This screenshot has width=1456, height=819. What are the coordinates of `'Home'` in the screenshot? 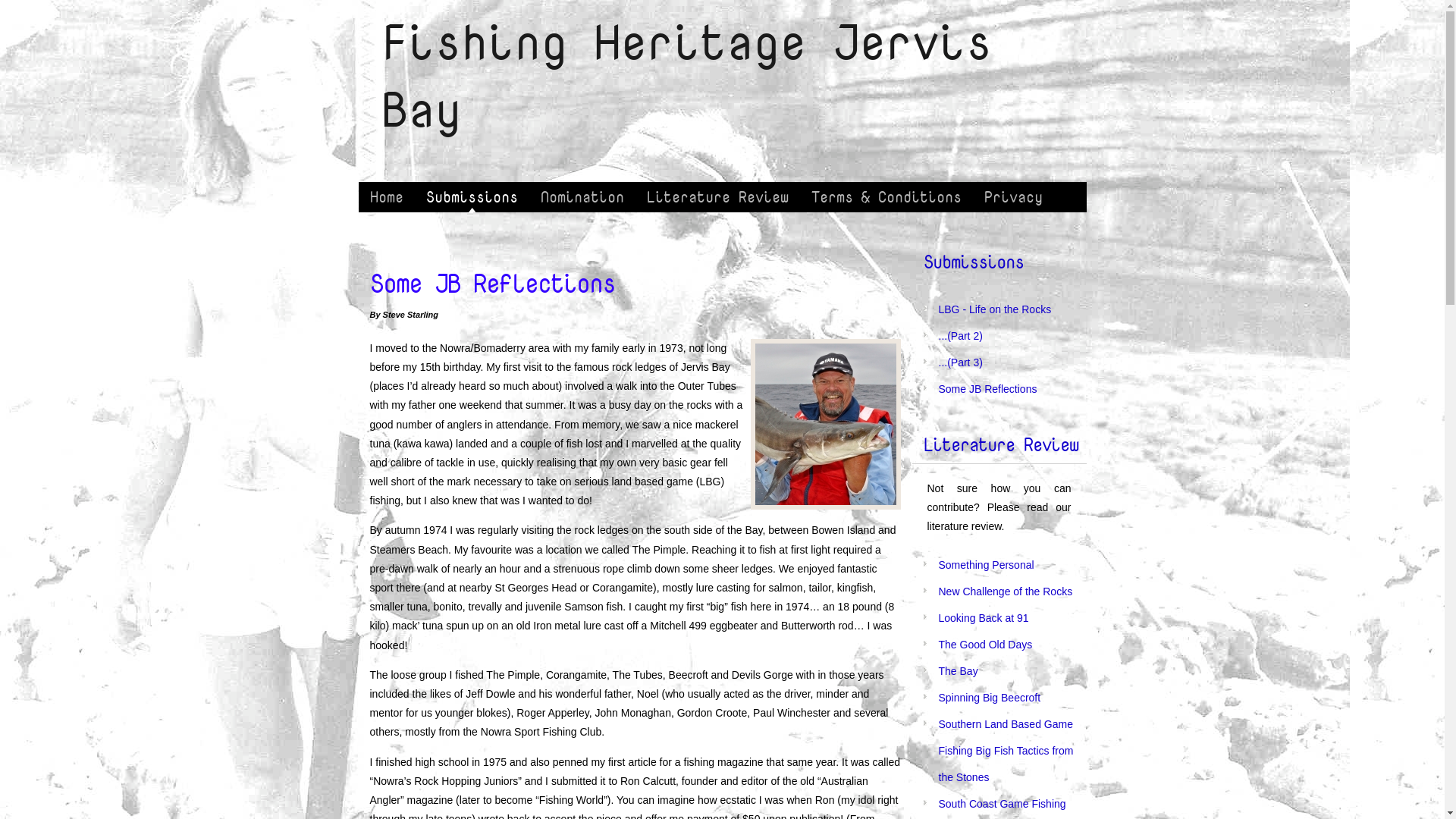 It's located at (385, 196).